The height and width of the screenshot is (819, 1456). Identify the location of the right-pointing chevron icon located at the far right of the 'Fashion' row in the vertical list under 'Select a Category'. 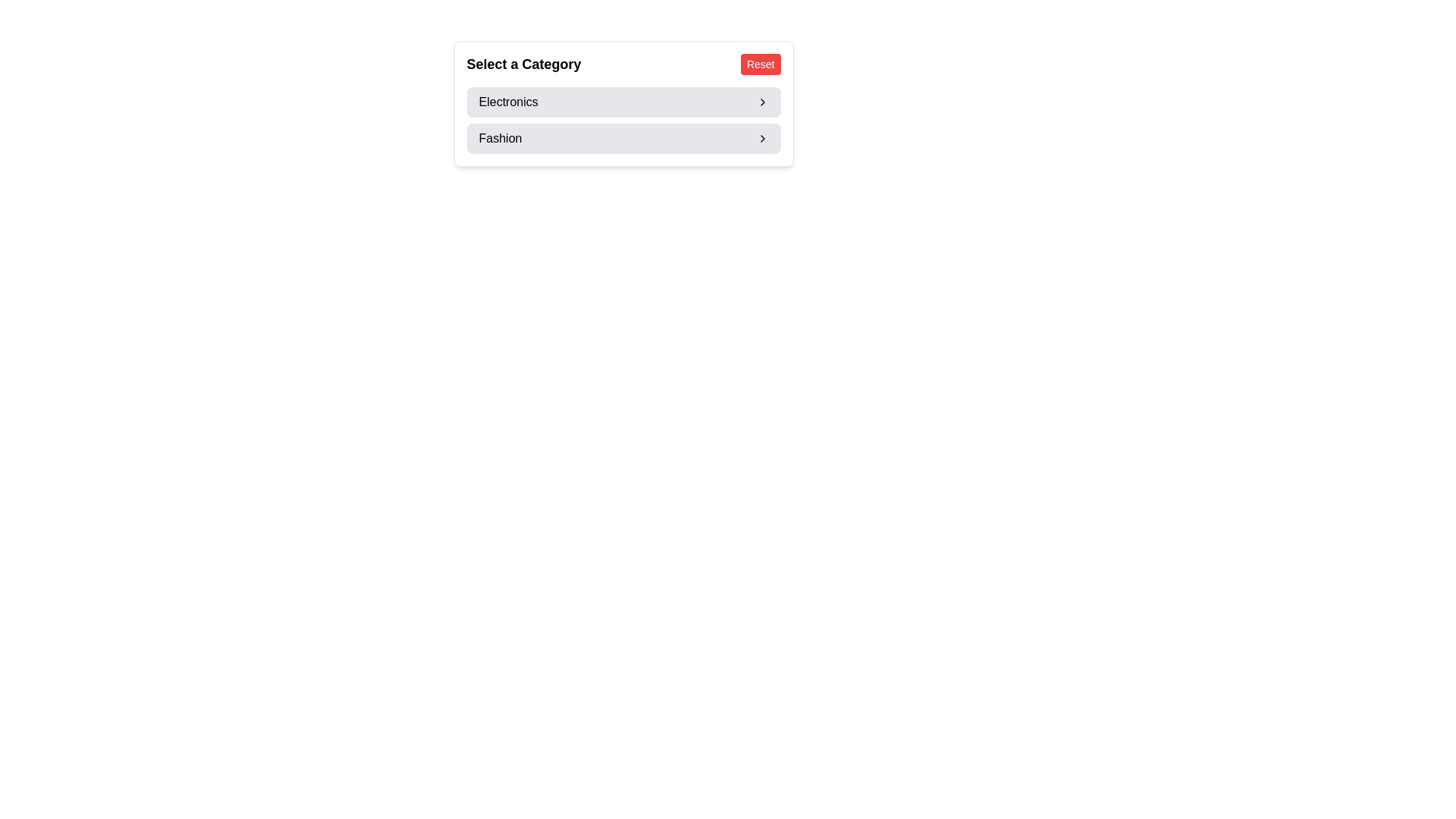
(762, 138).